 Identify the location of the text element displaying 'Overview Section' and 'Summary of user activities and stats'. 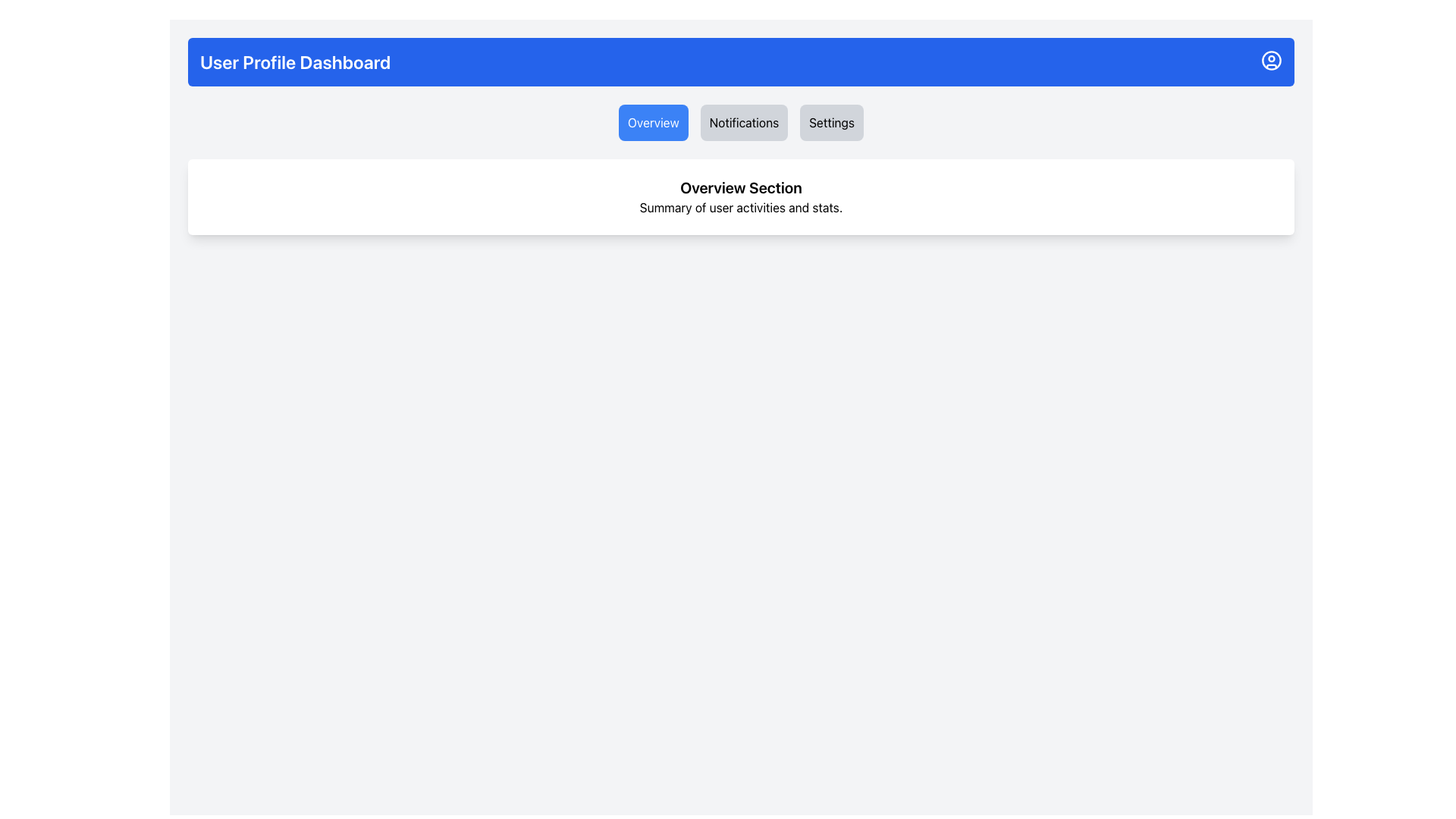
(741, 196).